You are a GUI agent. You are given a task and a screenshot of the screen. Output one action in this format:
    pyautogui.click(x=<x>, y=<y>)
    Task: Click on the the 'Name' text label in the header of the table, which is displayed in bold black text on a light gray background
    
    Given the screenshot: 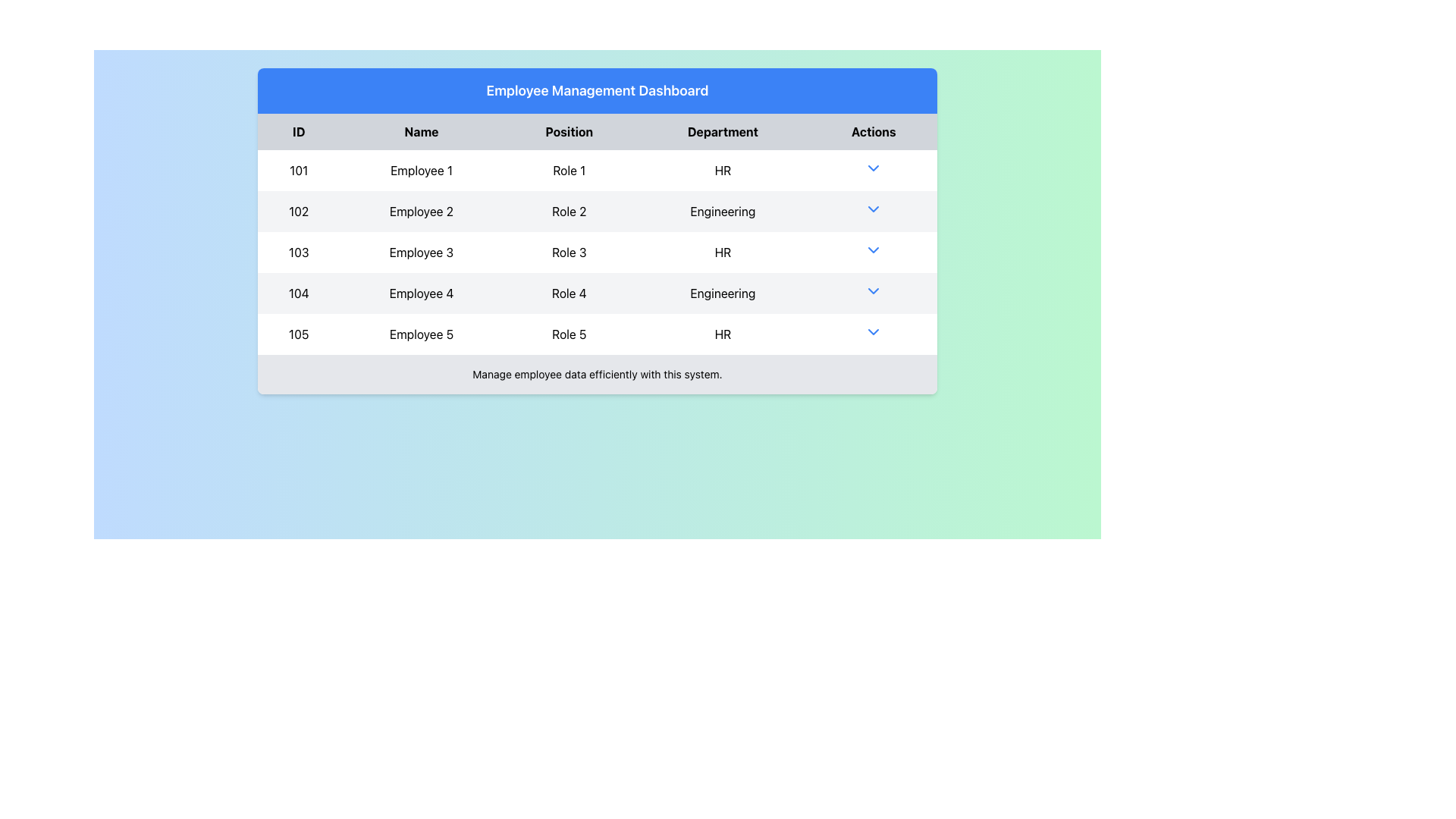 What is the action you would take?
    pyautogui.click(x=422, y=130)
    